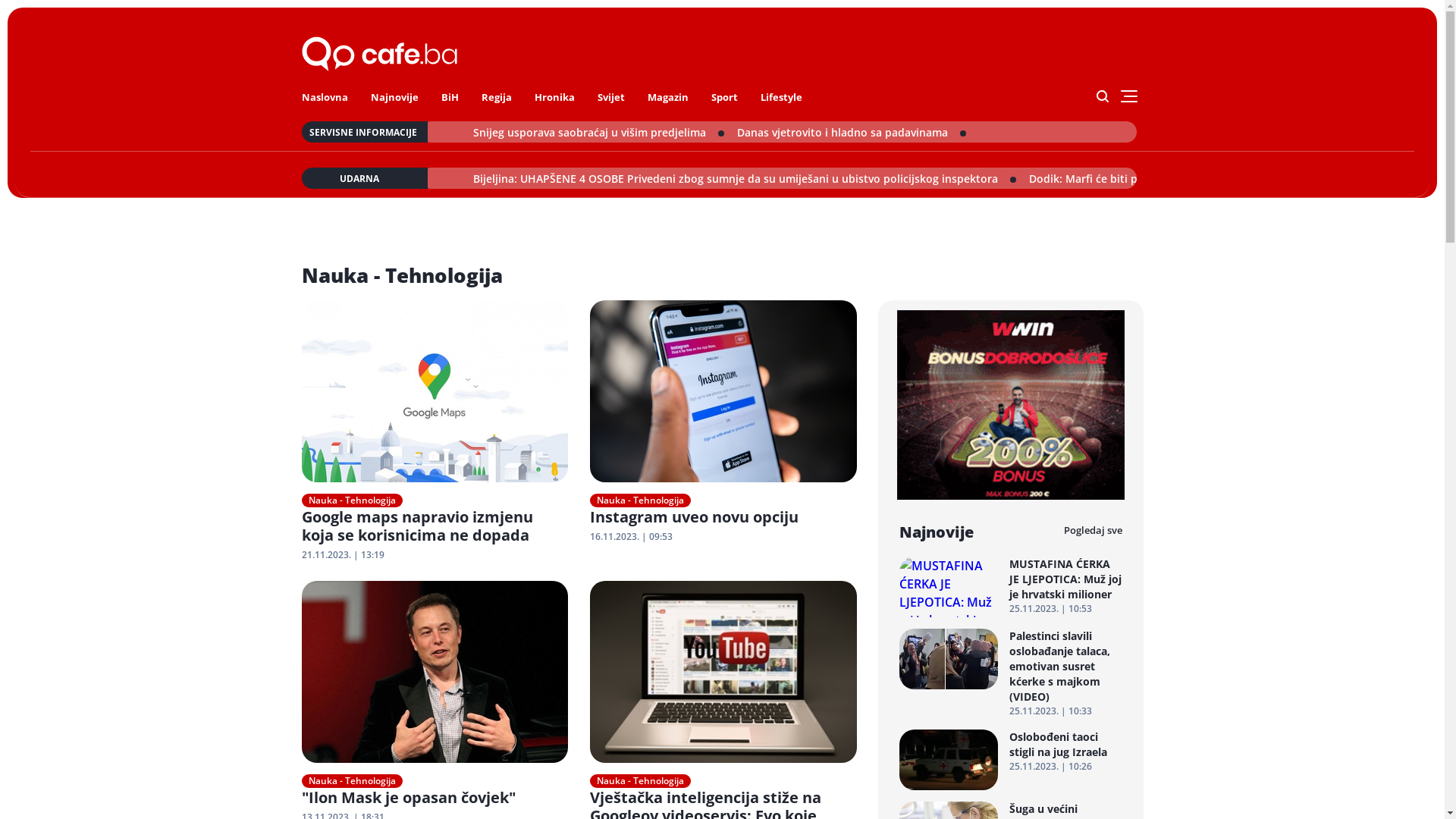 The height and width of the screenshot is (819, 1456). Describe the element at coordinates (324, 96) in the screenshot. I see `'Naslovna'` at that location.